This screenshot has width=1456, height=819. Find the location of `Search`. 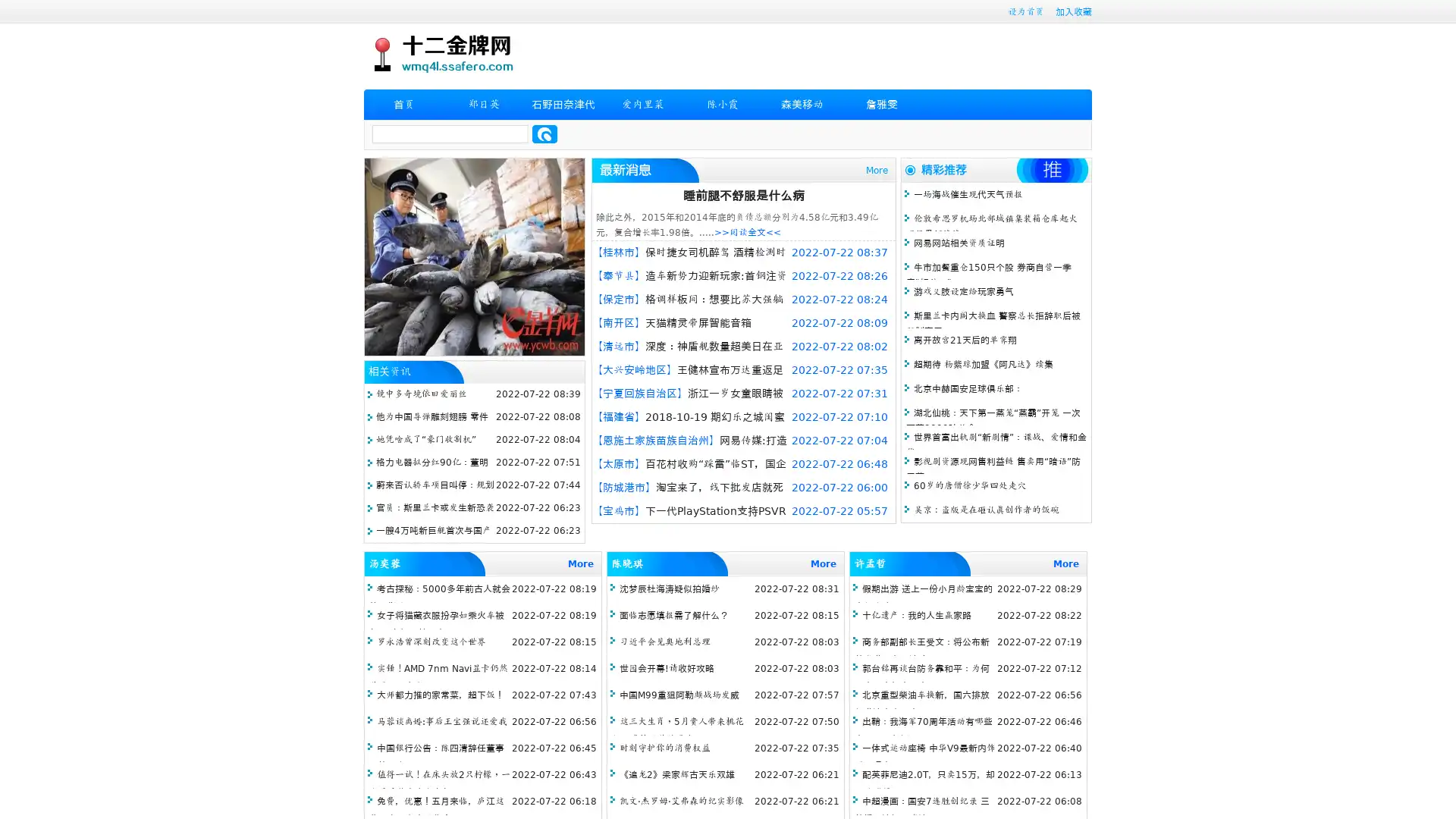

Search is located at coordinates (544, 133).